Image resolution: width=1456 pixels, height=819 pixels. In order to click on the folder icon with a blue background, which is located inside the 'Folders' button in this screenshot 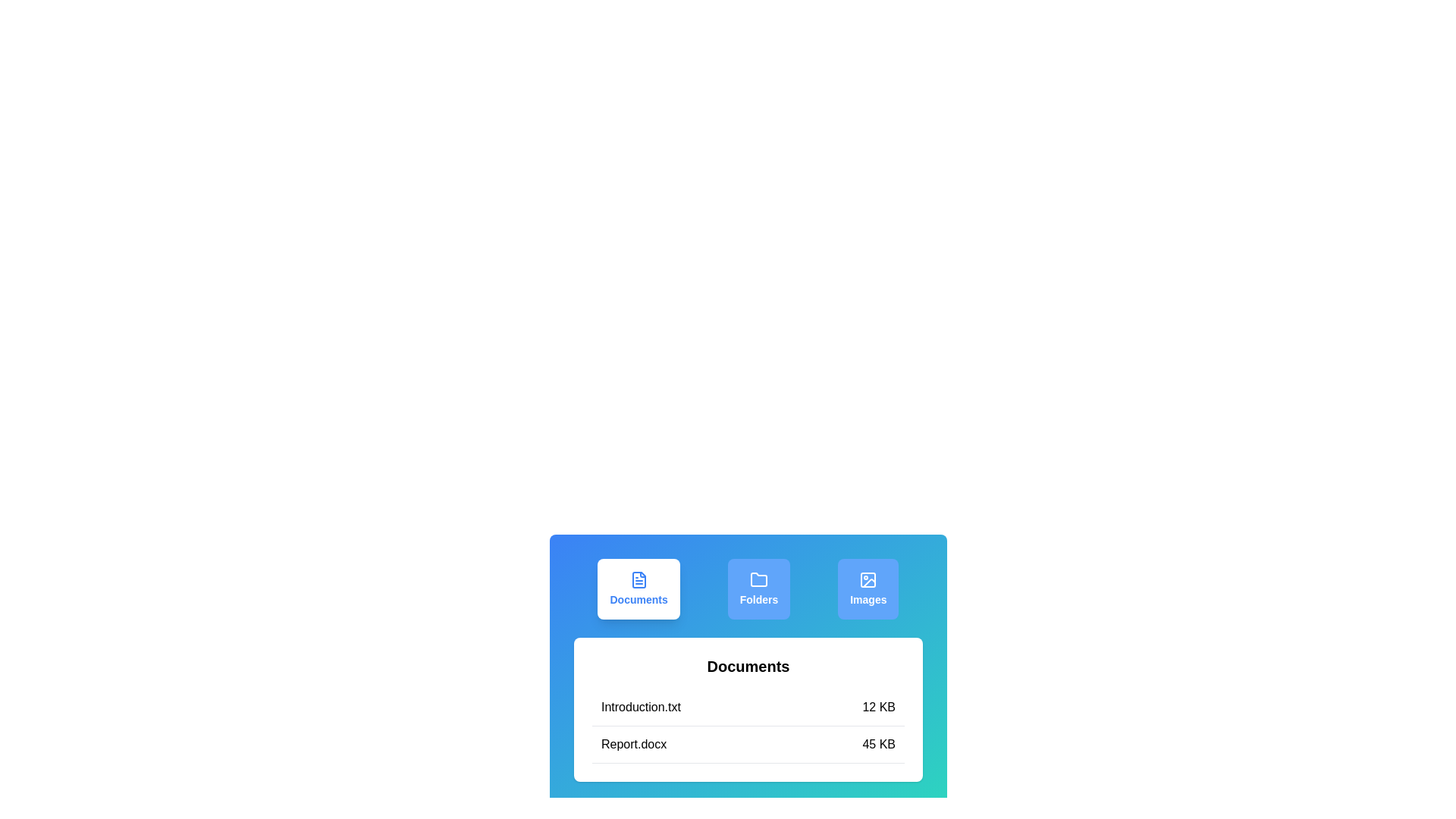, I will do `click(758, 579)`.